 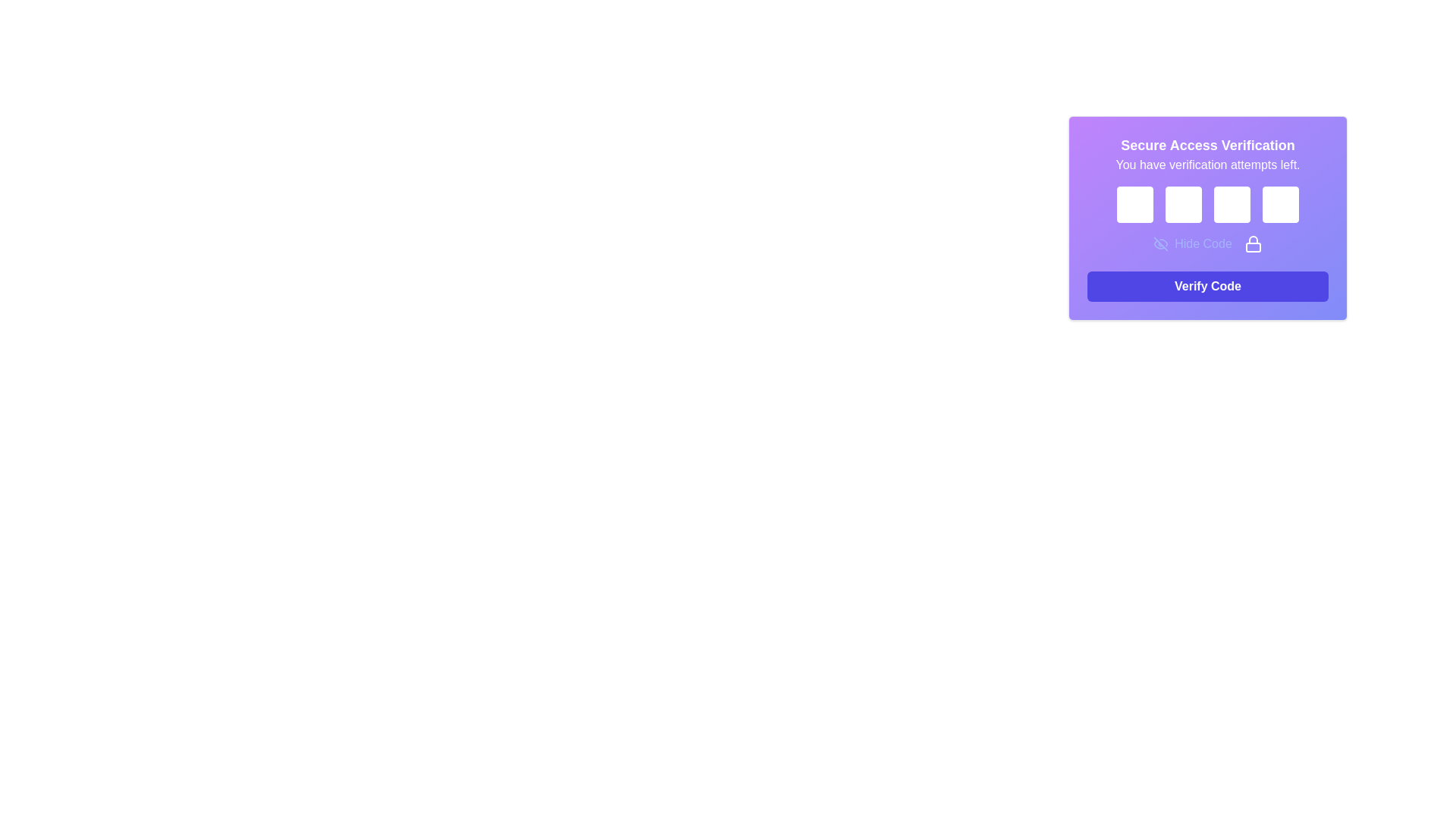 What do you see at coordinates (1253, 243) in the screenshot?
I see `the security icon located to the right of the 'Hide Code' text at the bottom center of the modal section` at bounding box center [1253, 243].